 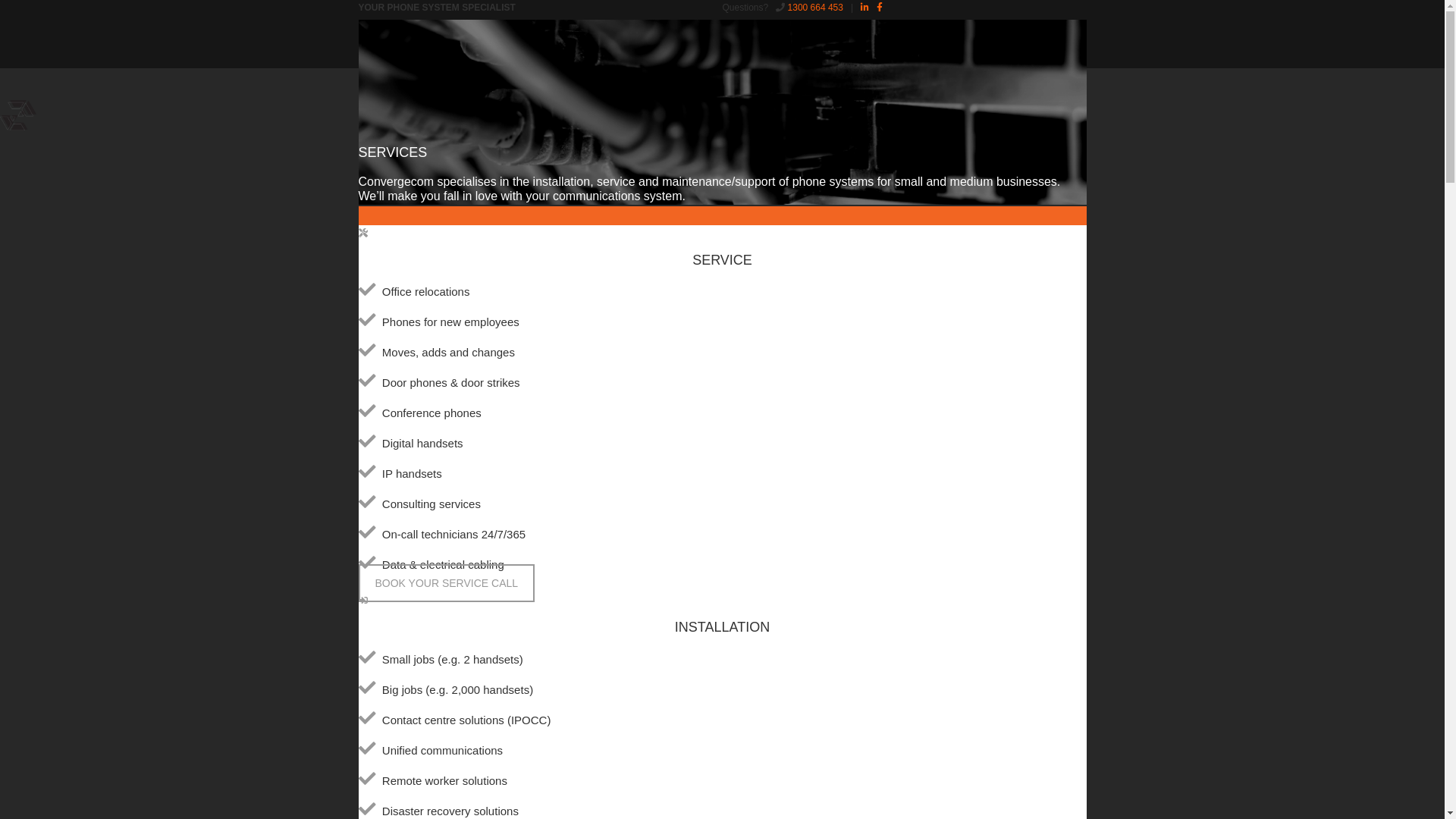 What do you see at coordinates (0, 127) in the screenshot?
I see `'CONVERGECOM'` at bounding box center [0, 127].